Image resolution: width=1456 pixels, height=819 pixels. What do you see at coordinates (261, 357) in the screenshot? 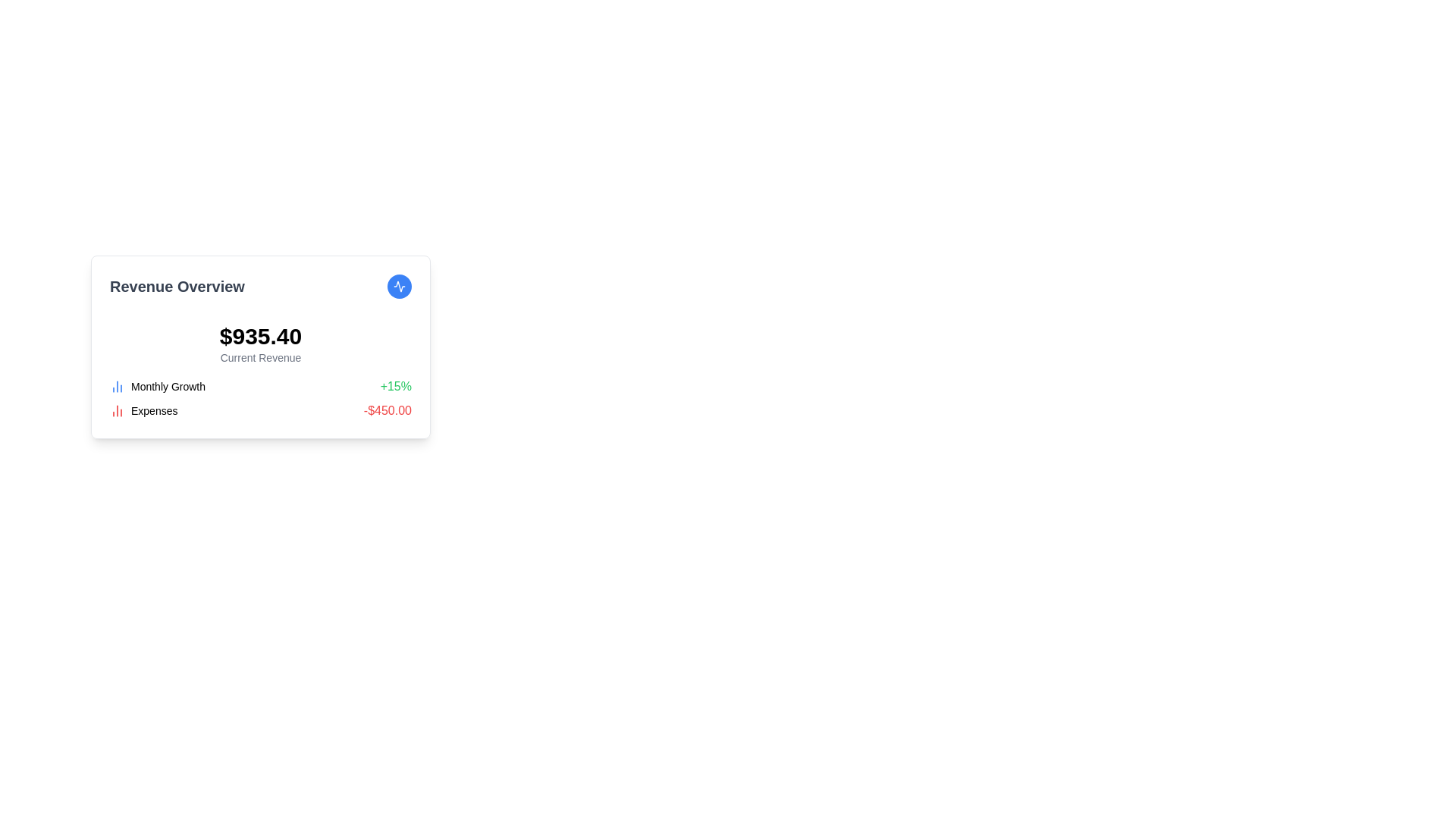
I see `the Label/Text Display that provides a textual description or label for the revenue value, located directly beneath the bold '$935.40' value` at bounding box center [261, 357].